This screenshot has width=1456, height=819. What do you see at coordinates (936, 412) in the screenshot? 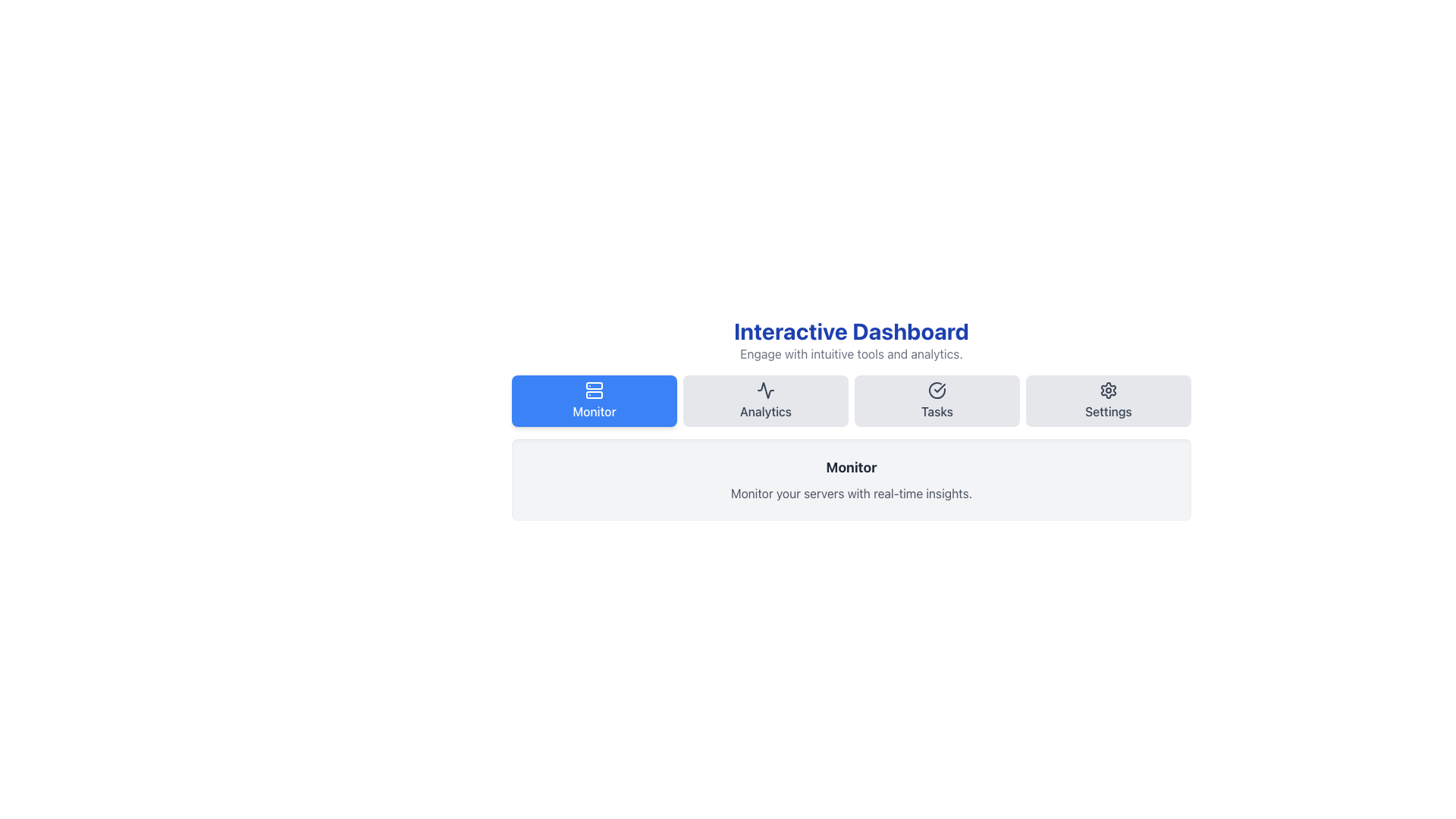
I see `the 'Tasks' text label, which is the third item in a row of four options located near the top of the dashboard, positioned between 'Analytics' and 'Settings'` at bounding box center [936, 412].